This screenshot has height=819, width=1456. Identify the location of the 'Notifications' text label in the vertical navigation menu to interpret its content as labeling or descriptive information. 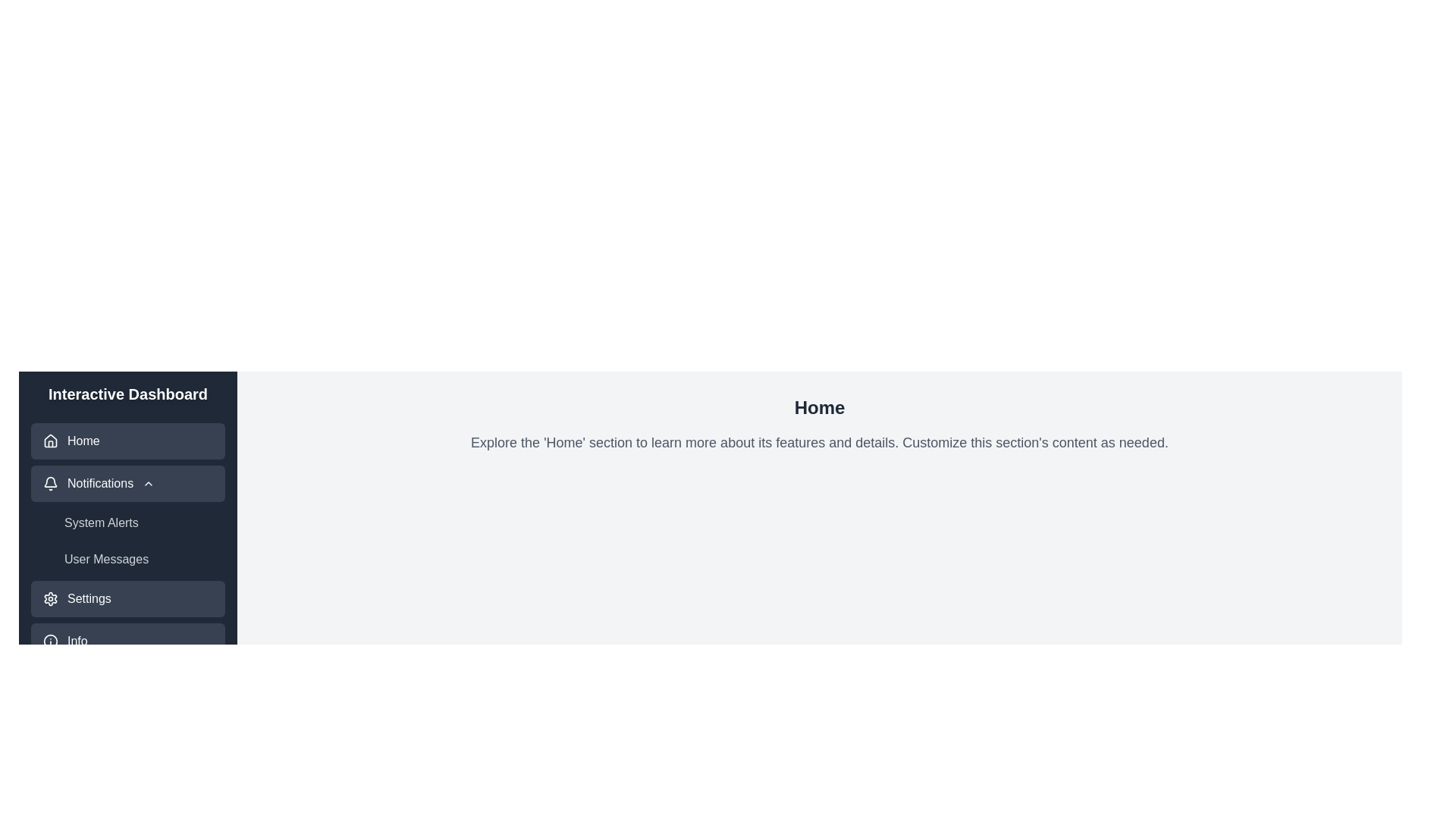
(99, 483).